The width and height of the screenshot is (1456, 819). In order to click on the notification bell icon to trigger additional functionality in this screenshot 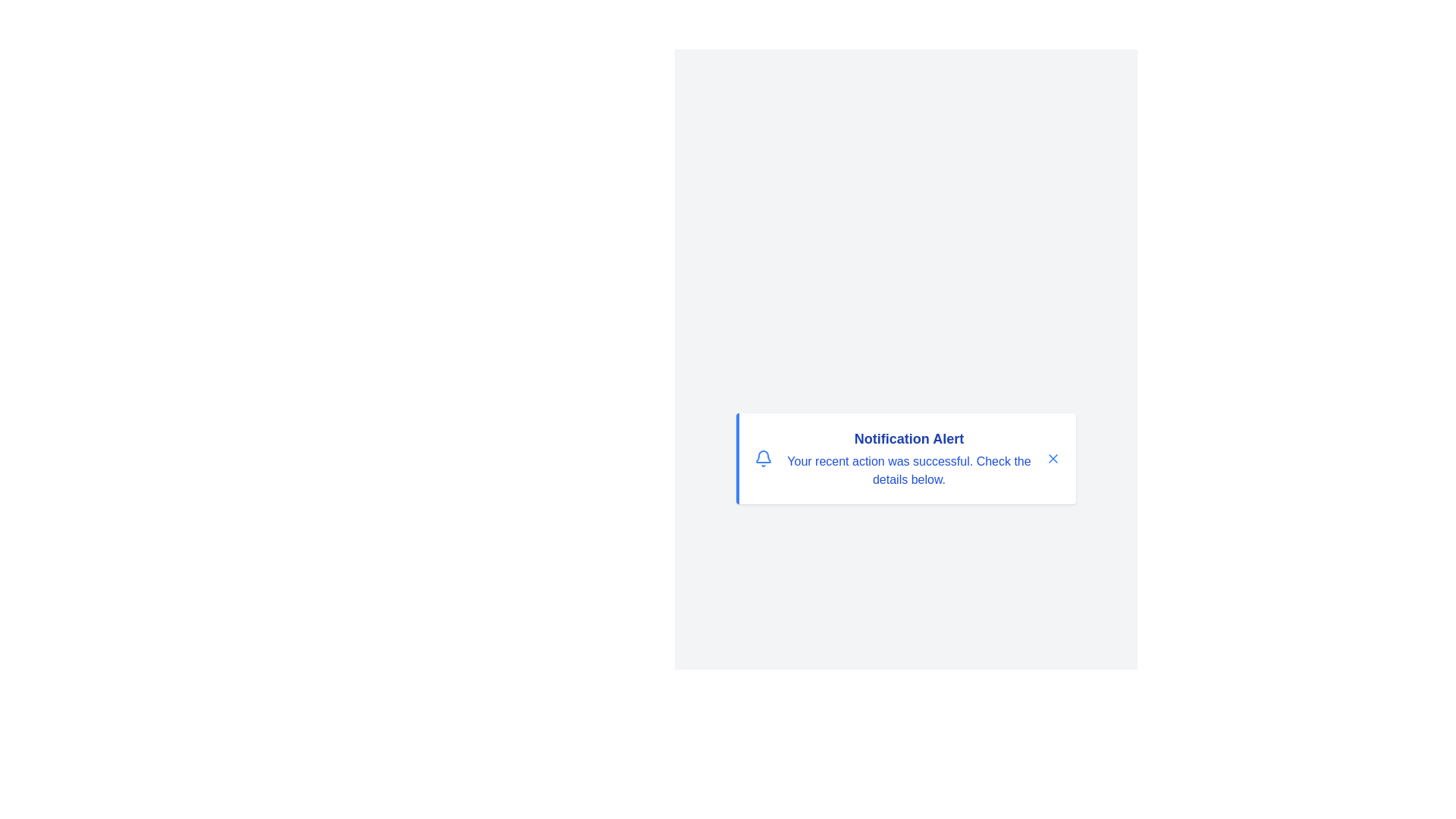, I will do `click(764, 458)`.